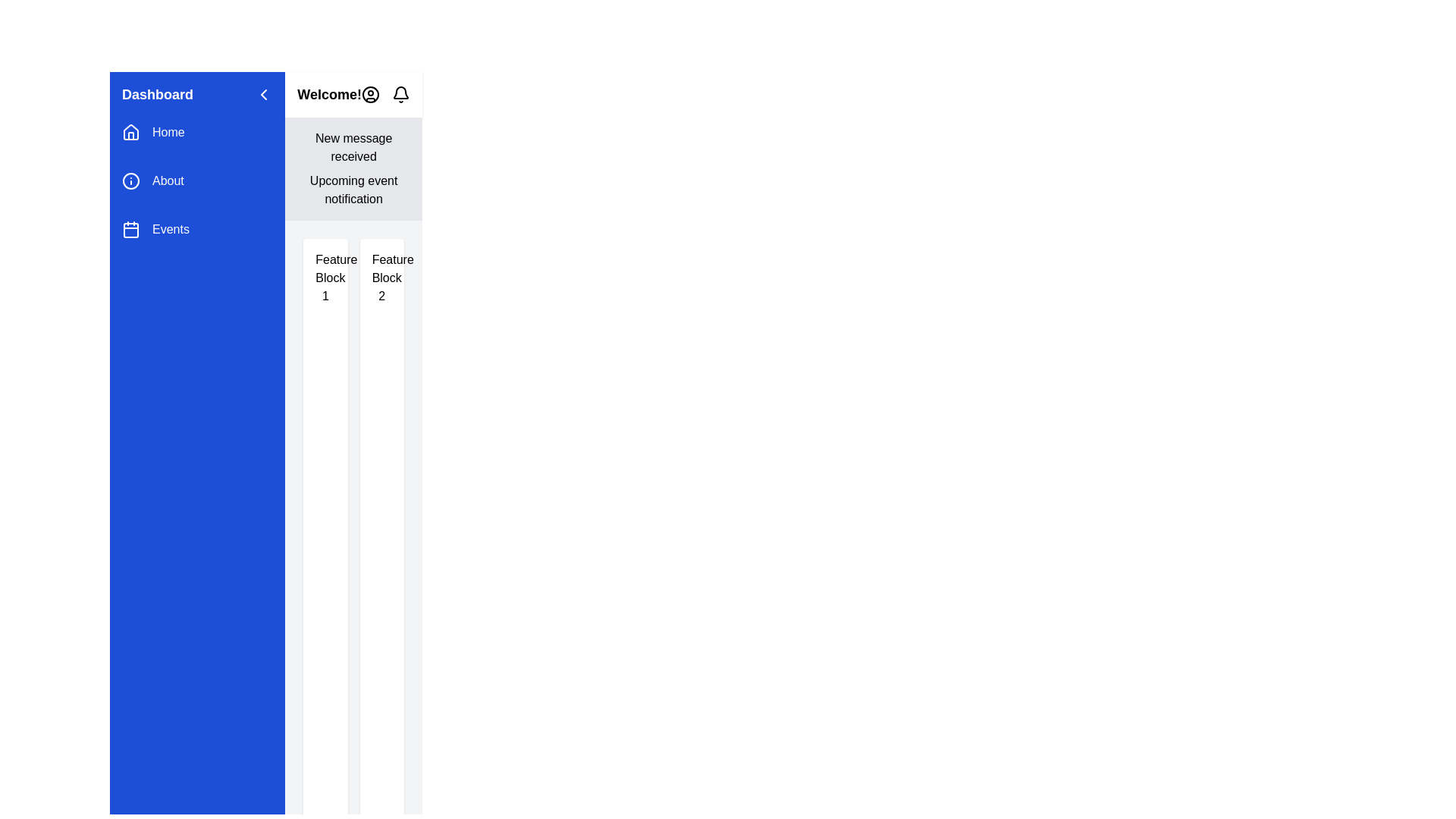 The width and height of the screenshot is (1456, 819). Describe the element at coordinates (400, 93) in the screenshot. I see `the bell icon located in the top bar, next to the 'Welcome!' text` at that location.